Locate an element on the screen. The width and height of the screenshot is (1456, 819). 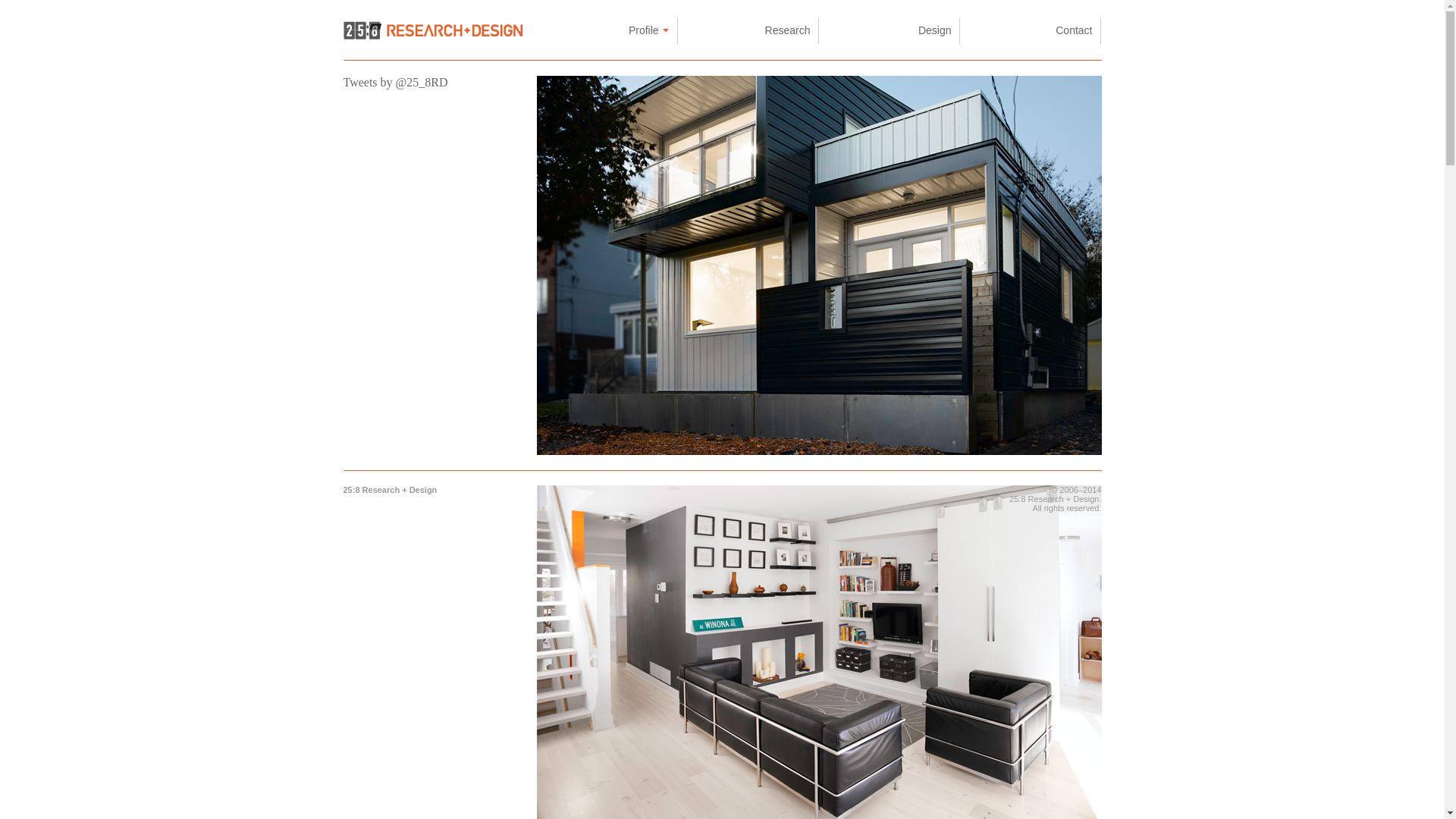
'Profile' is located at coordinates (607, 30).